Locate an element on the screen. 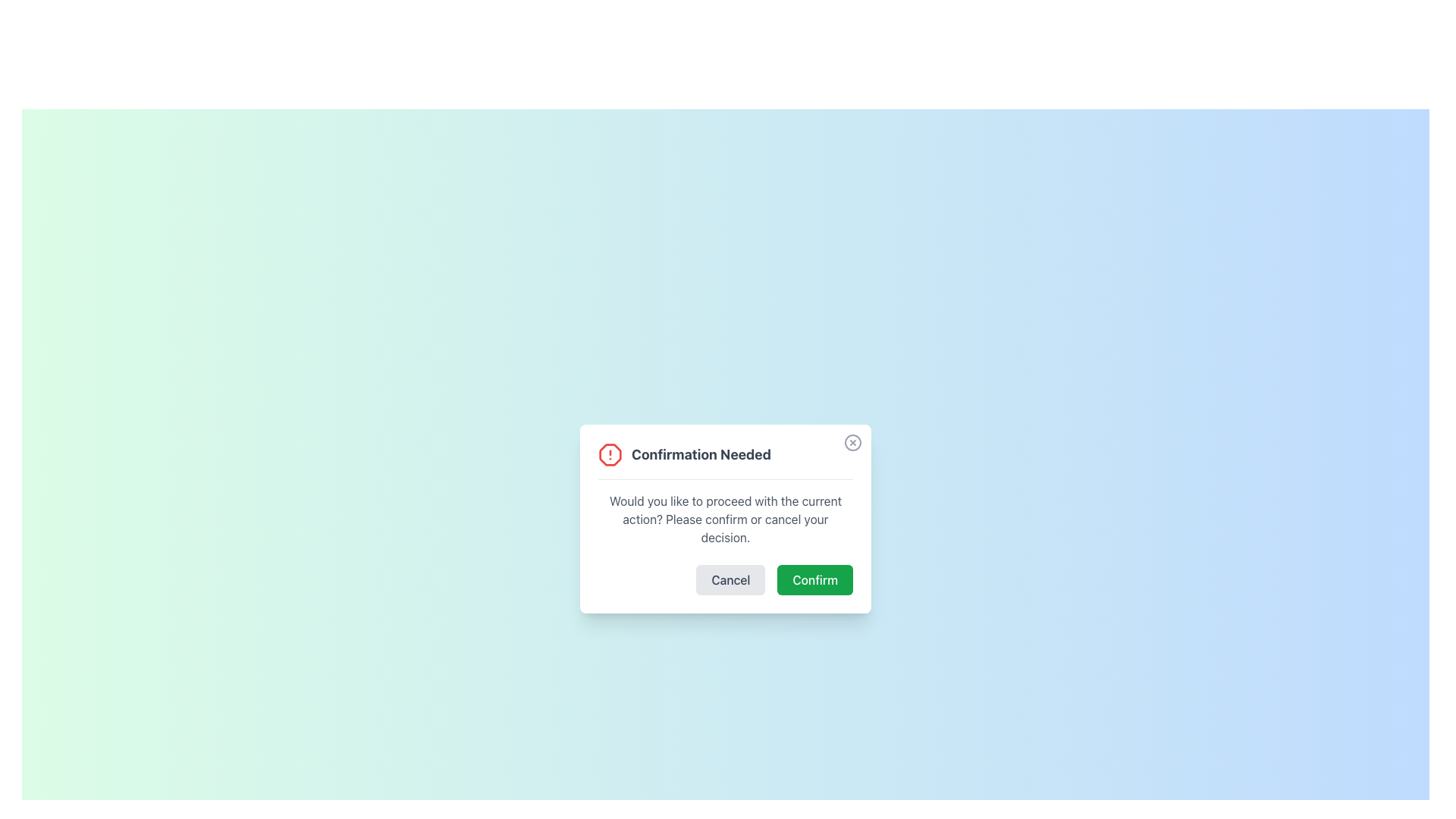 Image resolution: width=1456 pixels, height=819 pixels. the warning or confirmation message label located at the top portion of the modal dialog box to draw attention is located at coordinates (724, 460).